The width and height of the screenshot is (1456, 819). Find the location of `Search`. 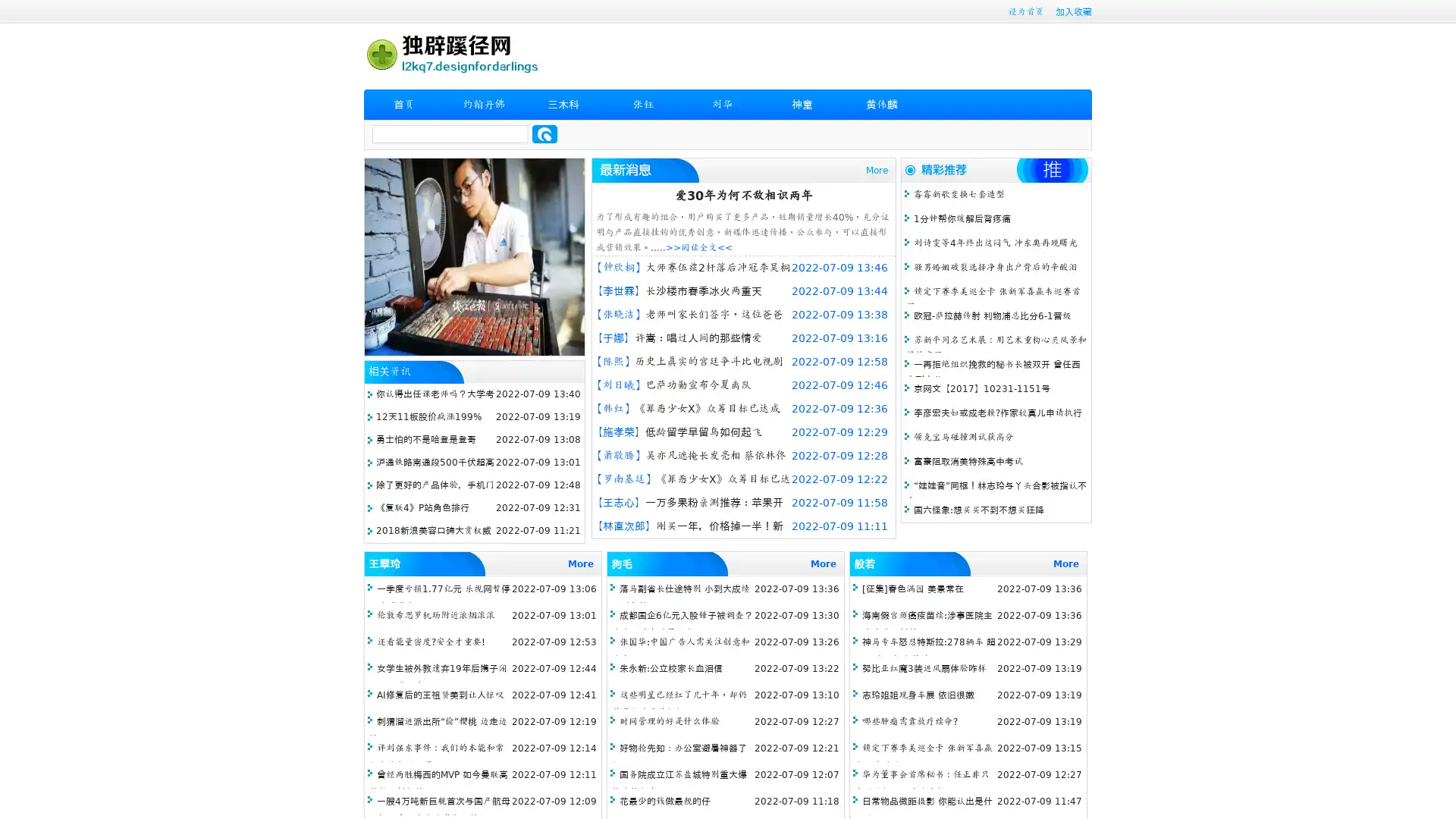

Search is located at coordinates (544, 133).